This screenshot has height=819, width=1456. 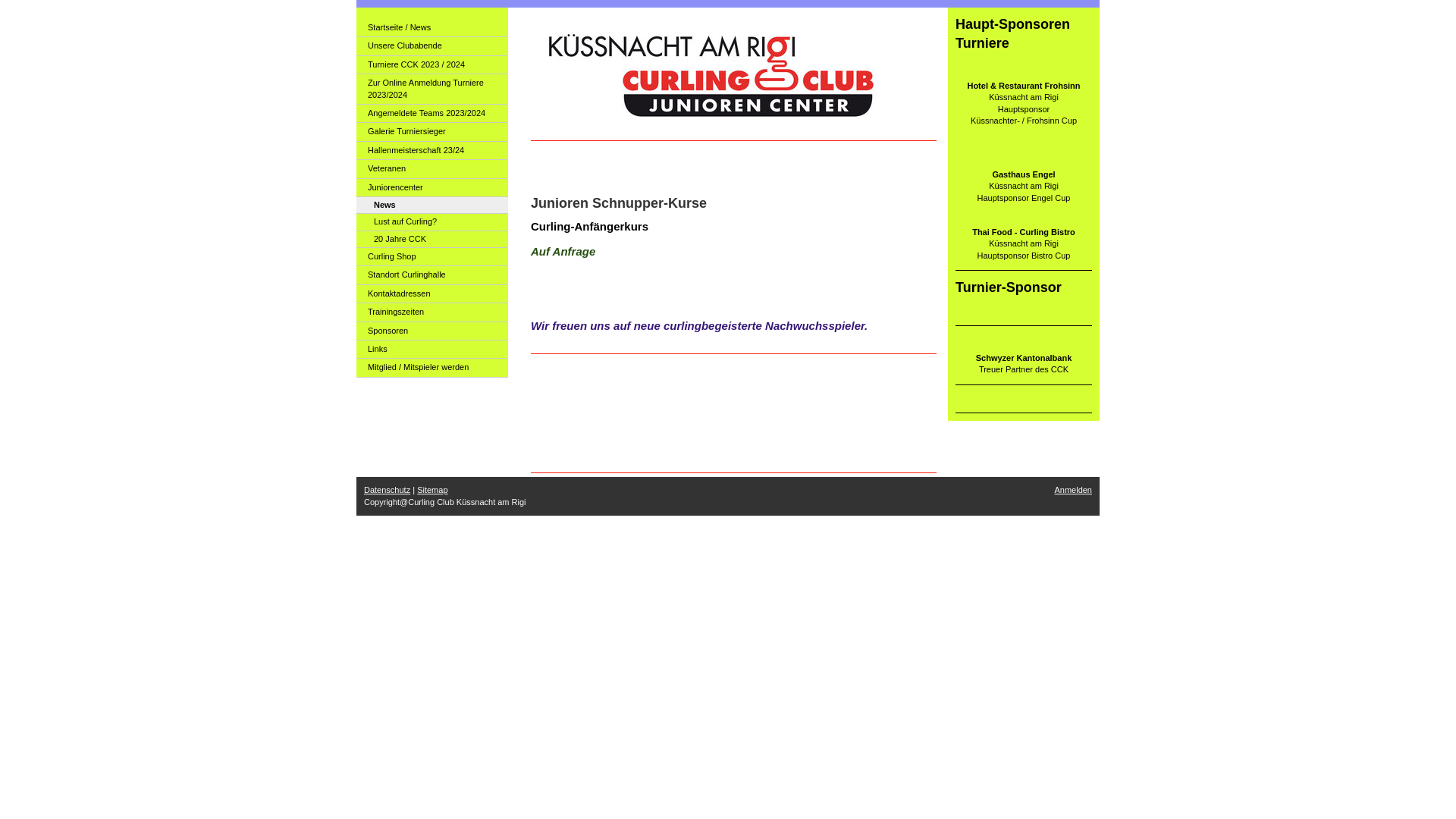 I want to click on 'Juniorencenter', so click(x=431, y=187).